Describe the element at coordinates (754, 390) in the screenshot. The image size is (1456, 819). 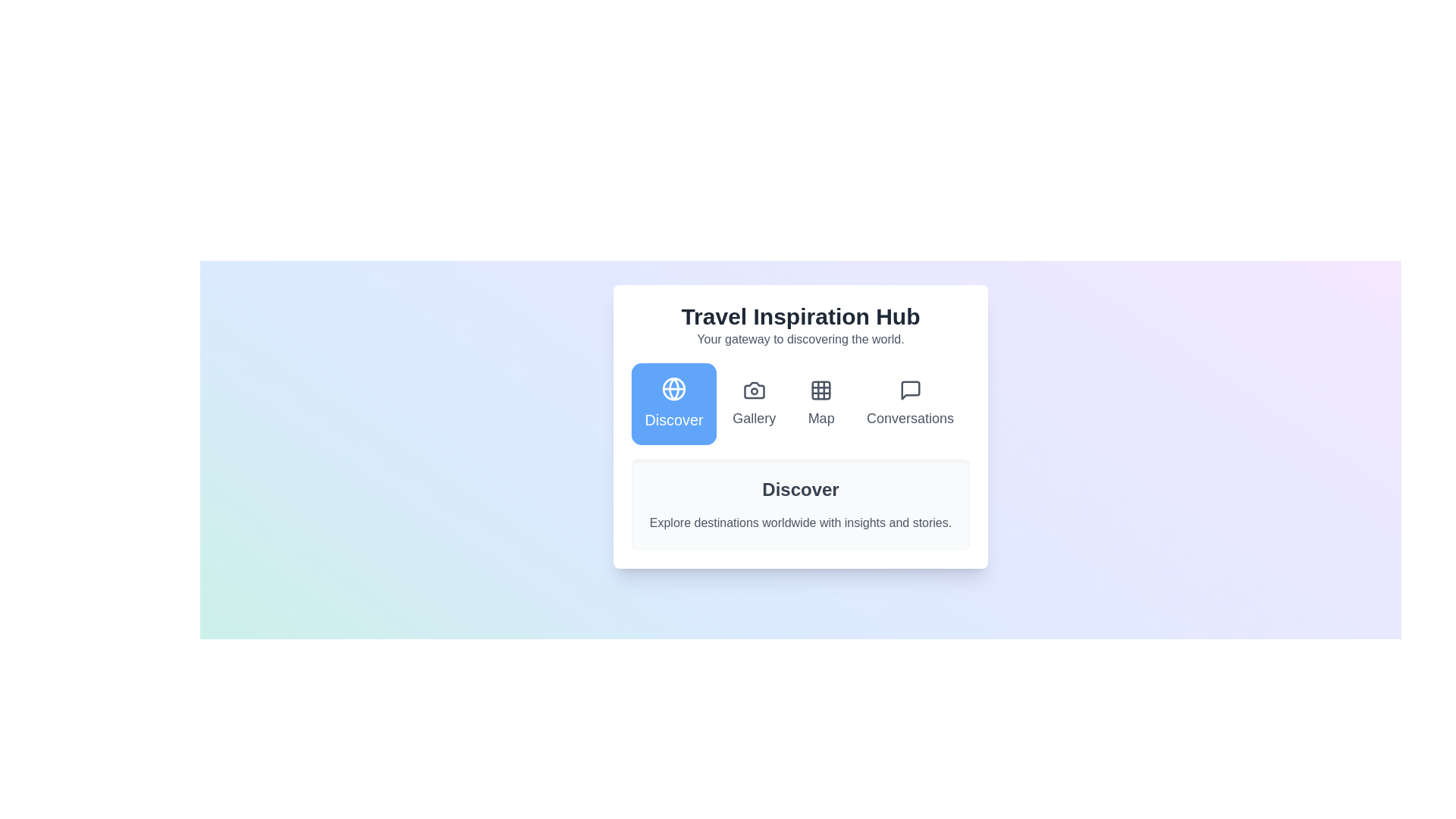
I see `the camera icon representing the 'Gallery' functionality, which is the second item from the left in the horizontal navigation layout, located between the 'Discover' and 'Map' buttons` at that location.